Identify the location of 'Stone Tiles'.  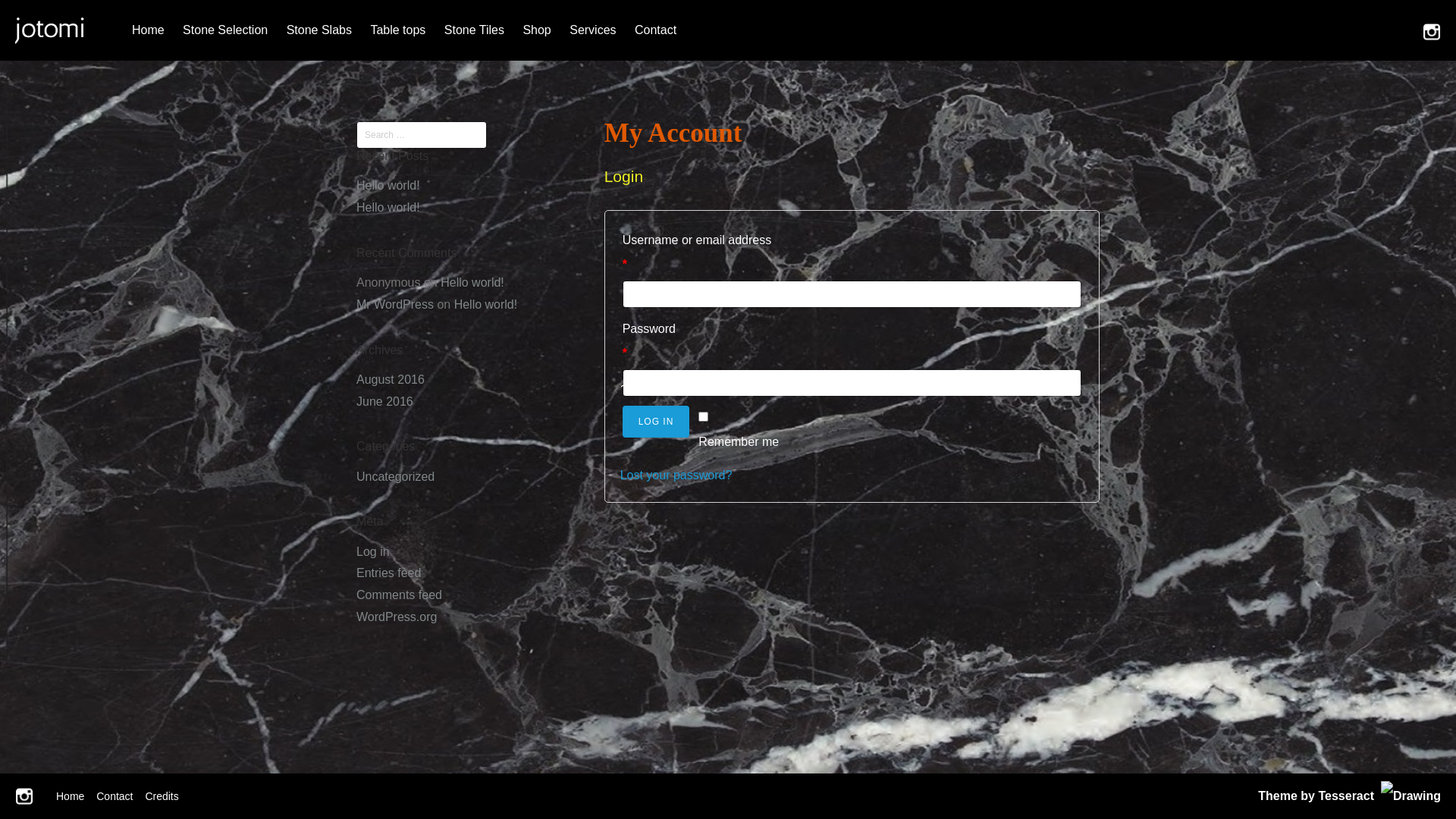
(473, 30).